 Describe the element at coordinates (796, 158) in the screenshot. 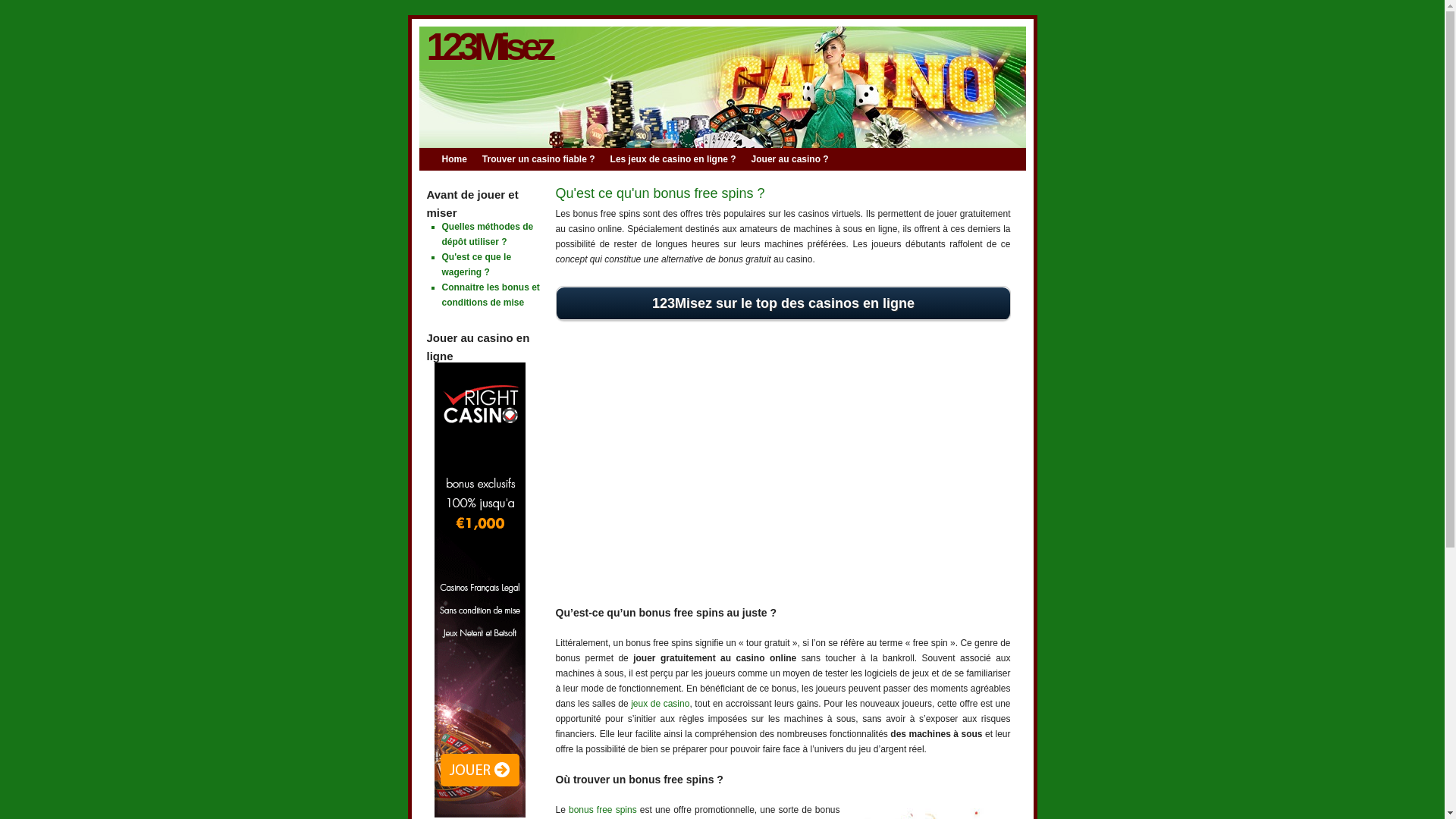

I see `'Jouer au casino ?'` at that location.